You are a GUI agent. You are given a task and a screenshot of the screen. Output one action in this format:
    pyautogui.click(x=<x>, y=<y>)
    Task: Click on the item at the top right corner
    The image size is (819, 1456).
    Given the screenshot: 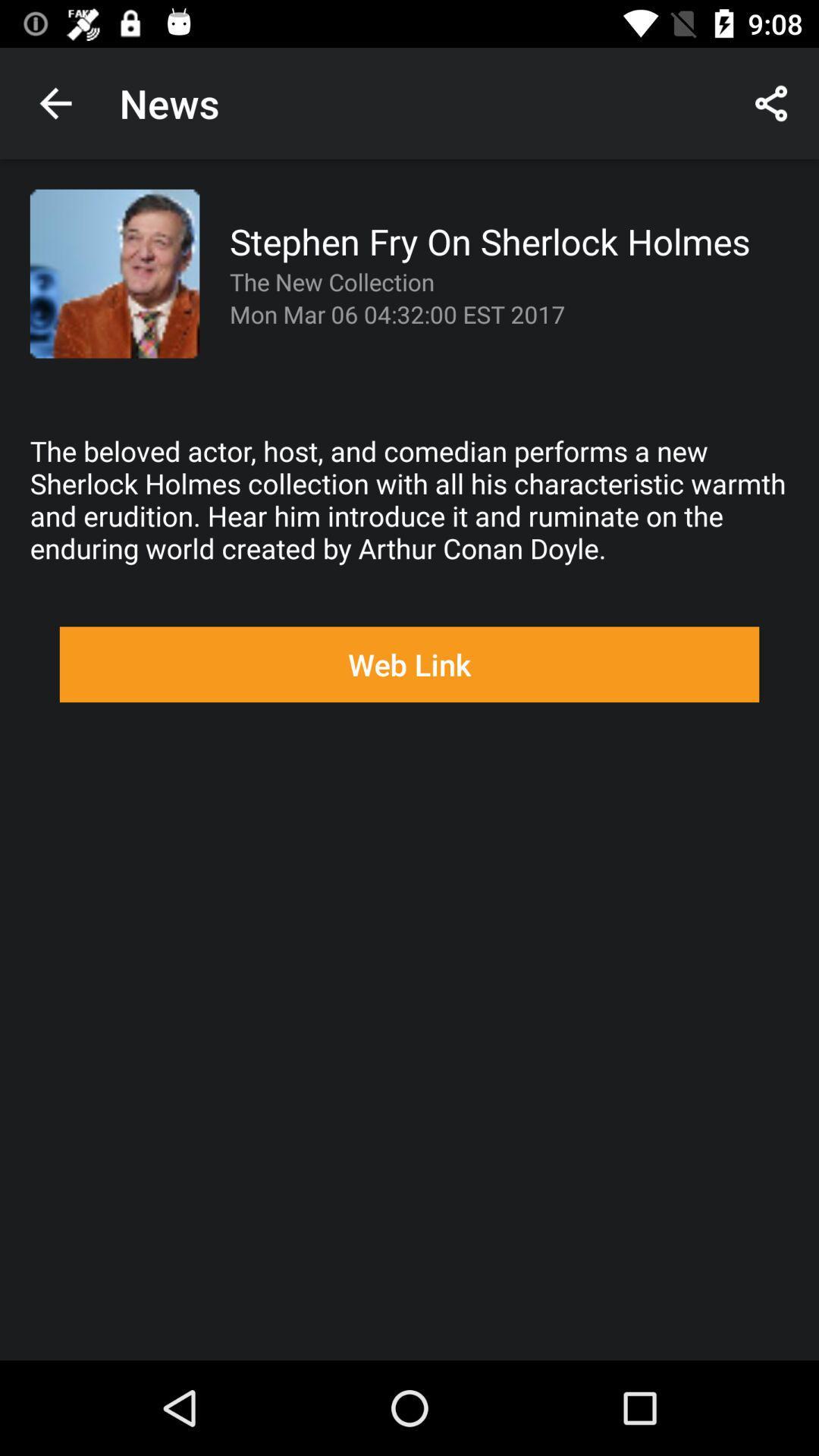 What is the action you would take?
    pyautogui.click(x=771, y=102)
    